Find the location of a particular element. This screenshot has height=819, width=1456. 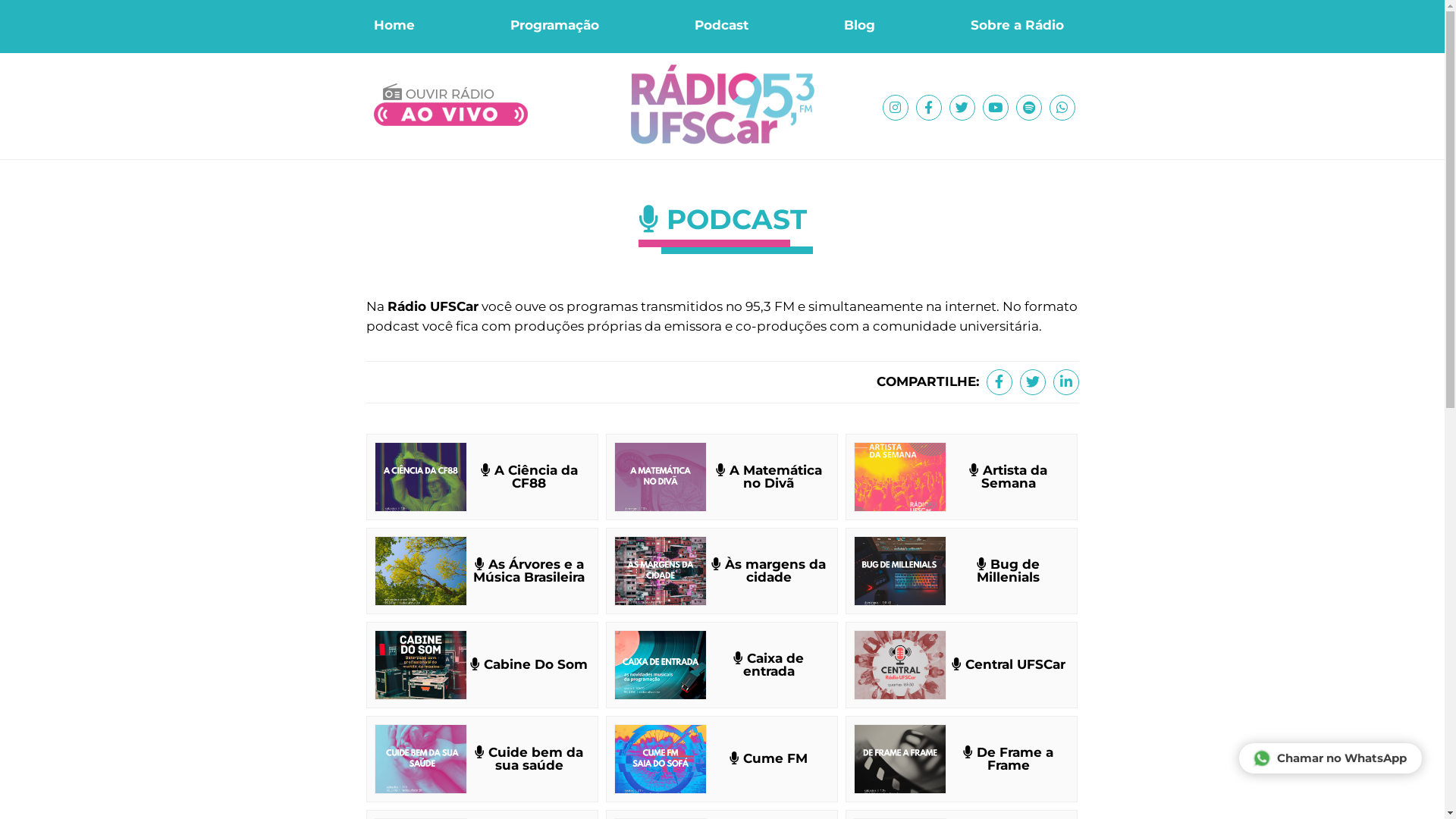

'Chamar no WhatsApp' is located at coordinates (1260, 757).